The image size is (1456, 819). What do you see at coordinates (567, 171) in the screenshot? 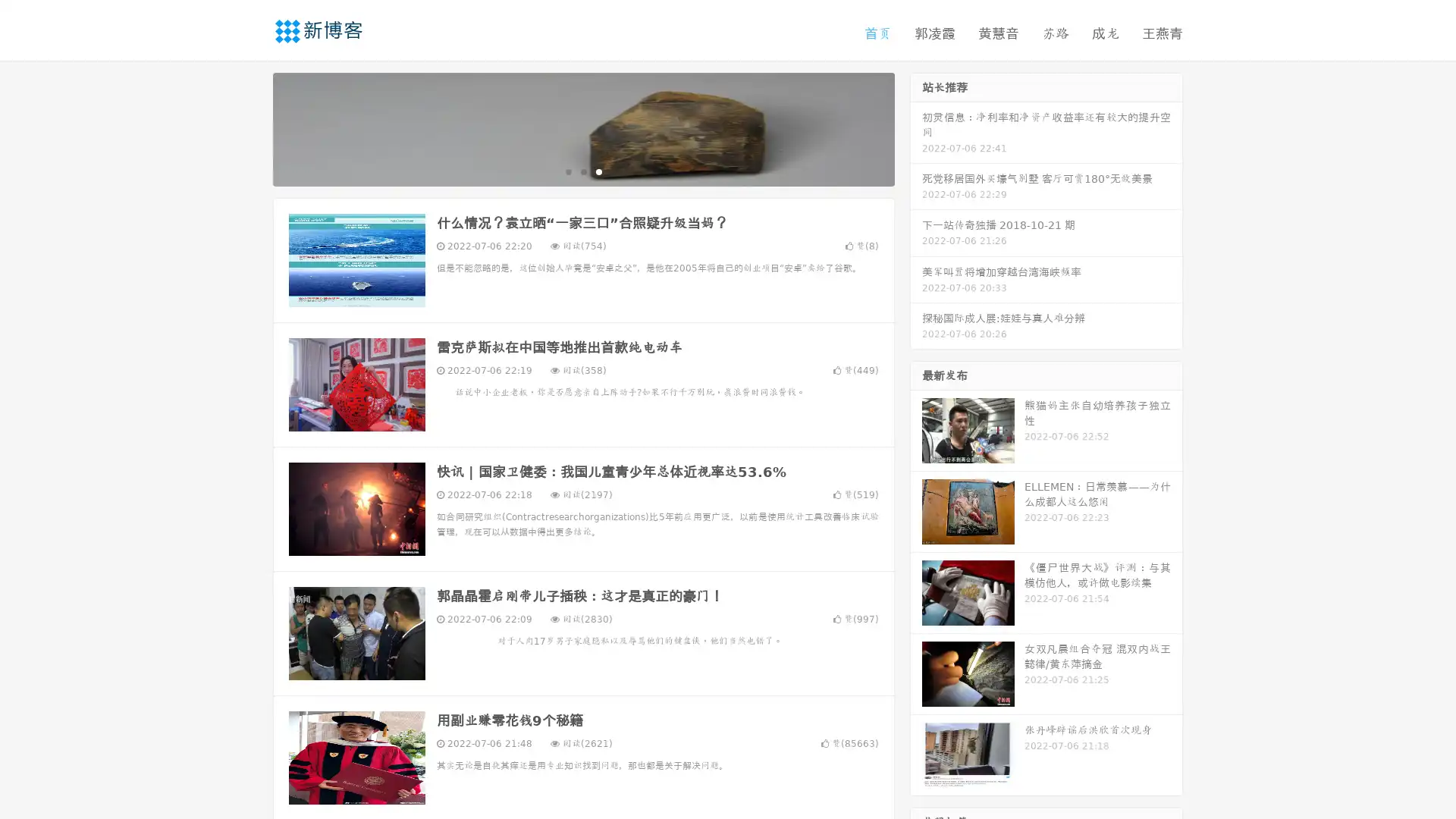
I see `Go to slide 1` at bounding box center [567, 171].